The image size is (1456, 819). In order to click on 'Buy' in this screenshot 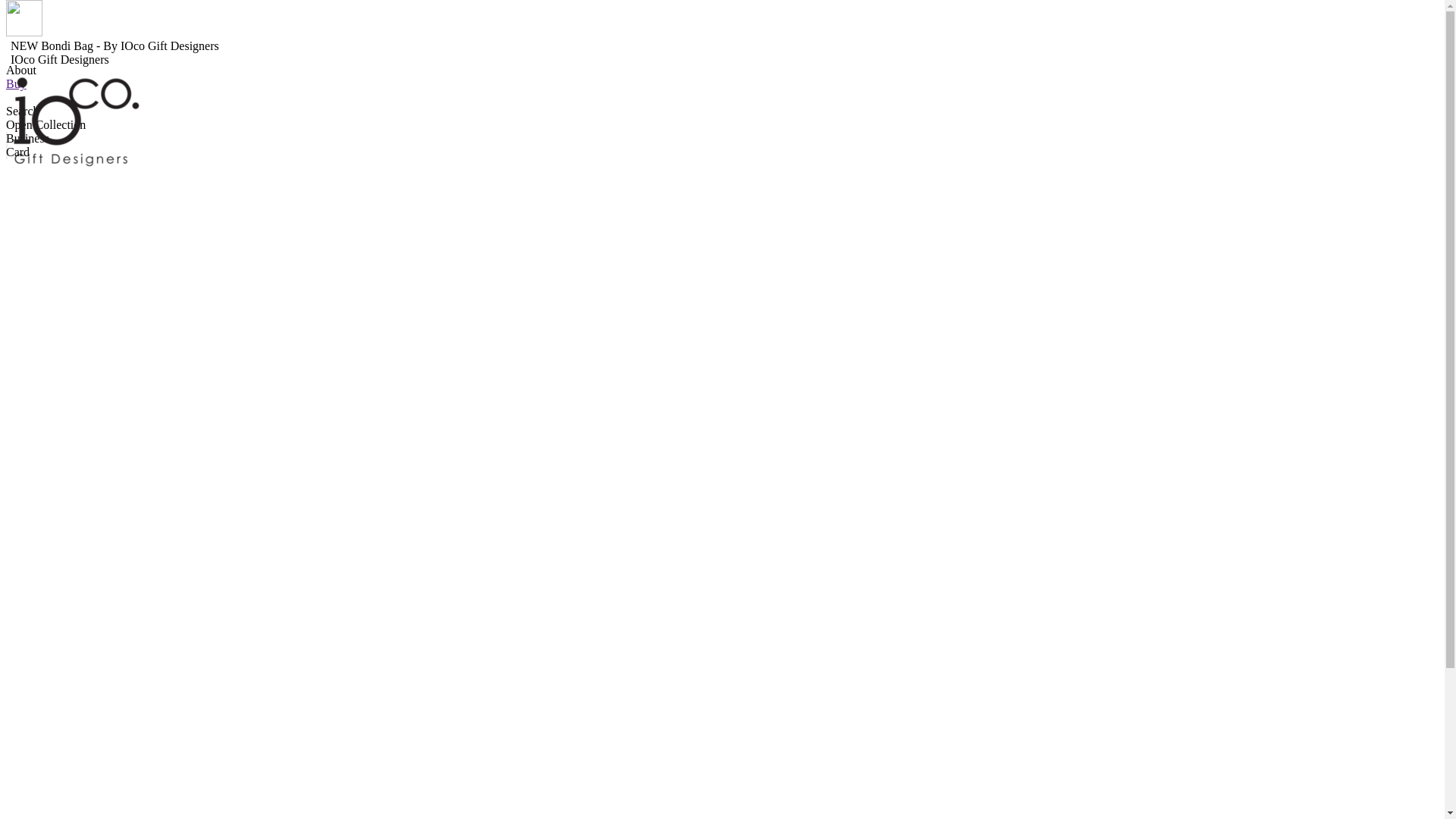, I will do `click(16, 83)`.